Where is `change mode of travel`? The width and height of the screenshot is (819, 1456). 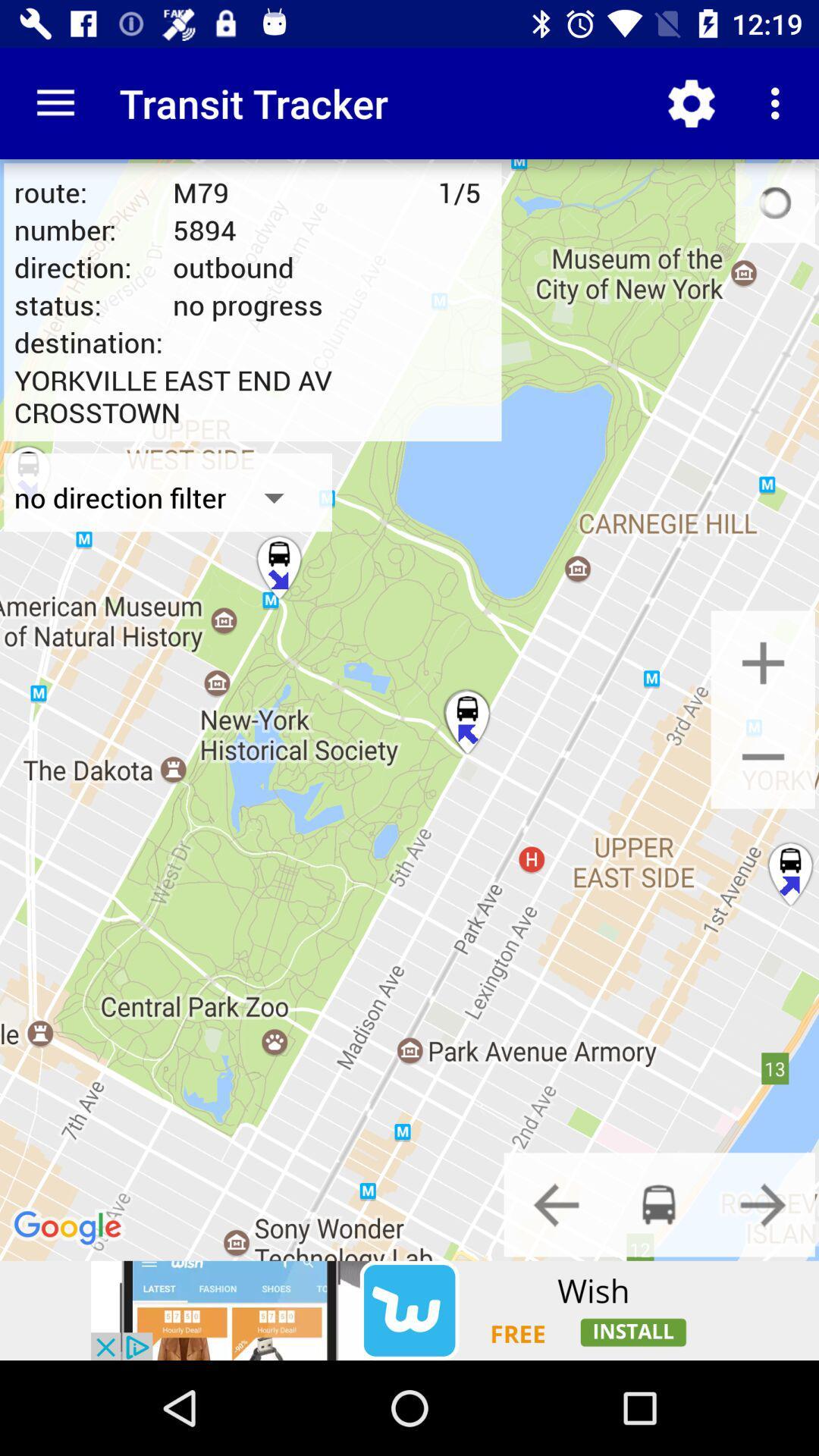 change mode of travel is located at coordinates (763, 1203).